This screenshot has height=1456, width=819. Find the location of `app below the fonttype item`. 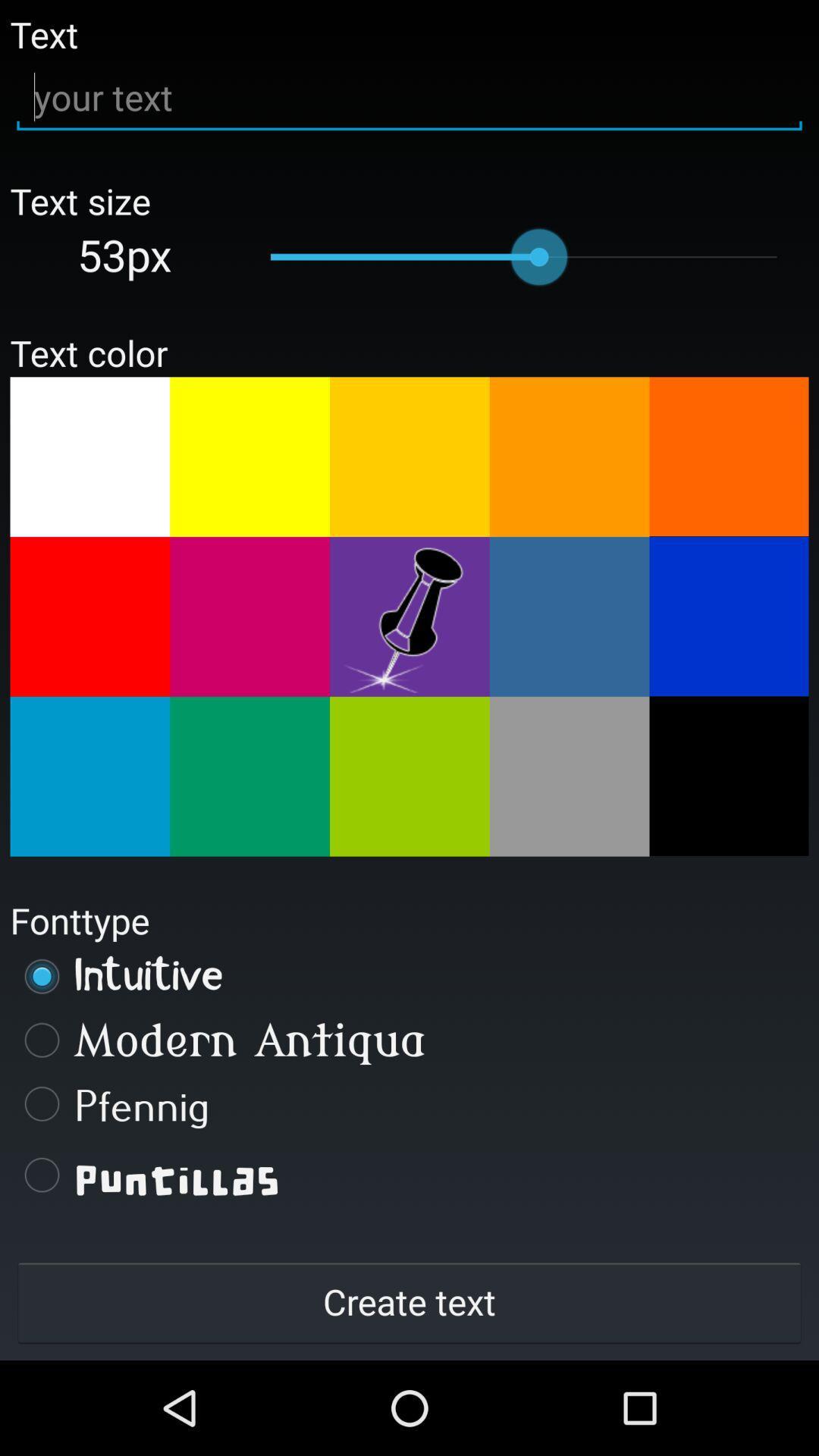

app below the fonttype item is located at coordinates (409, 976).